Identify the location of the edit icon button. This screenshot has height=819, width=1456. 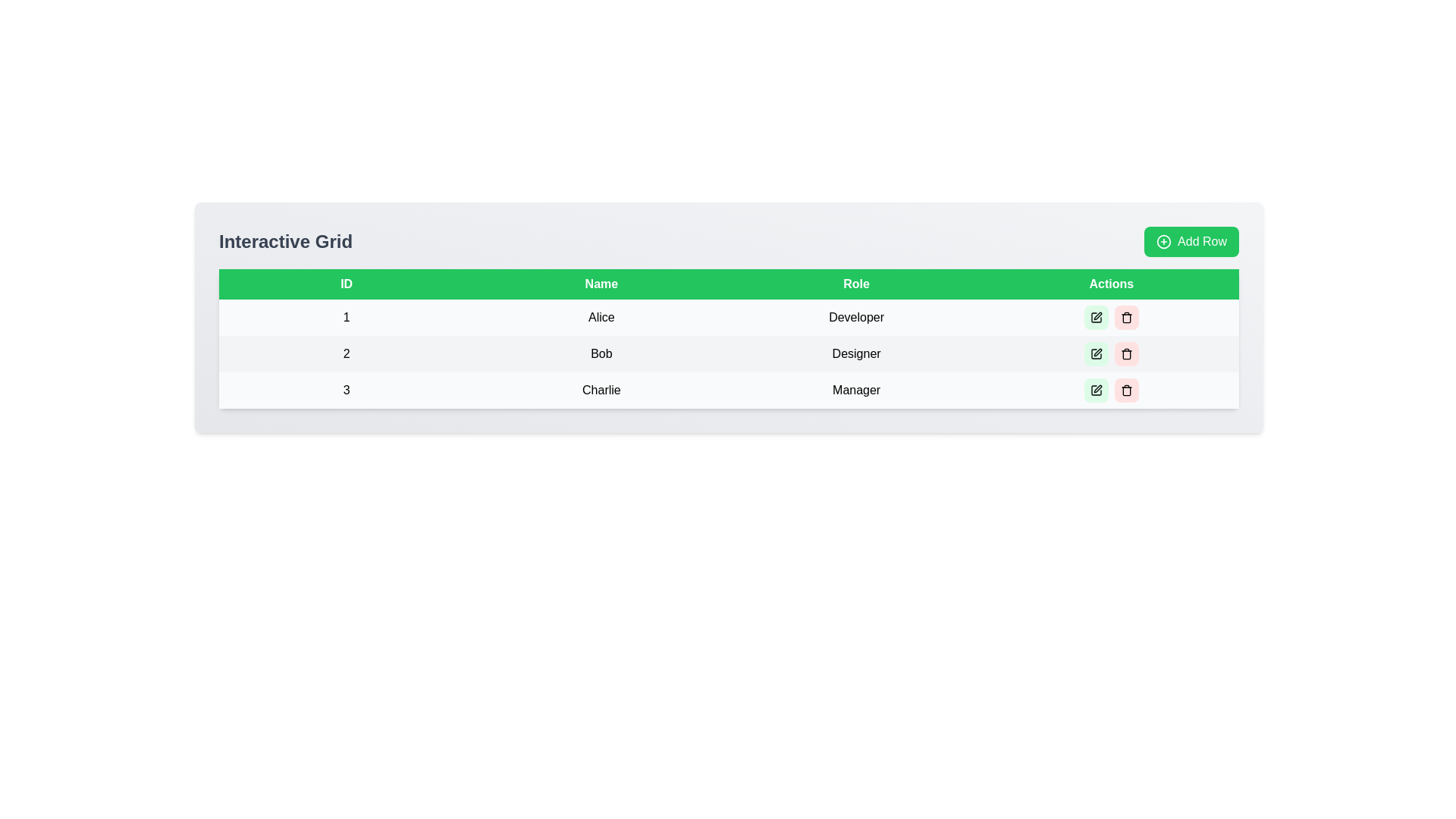
(1097, 388).